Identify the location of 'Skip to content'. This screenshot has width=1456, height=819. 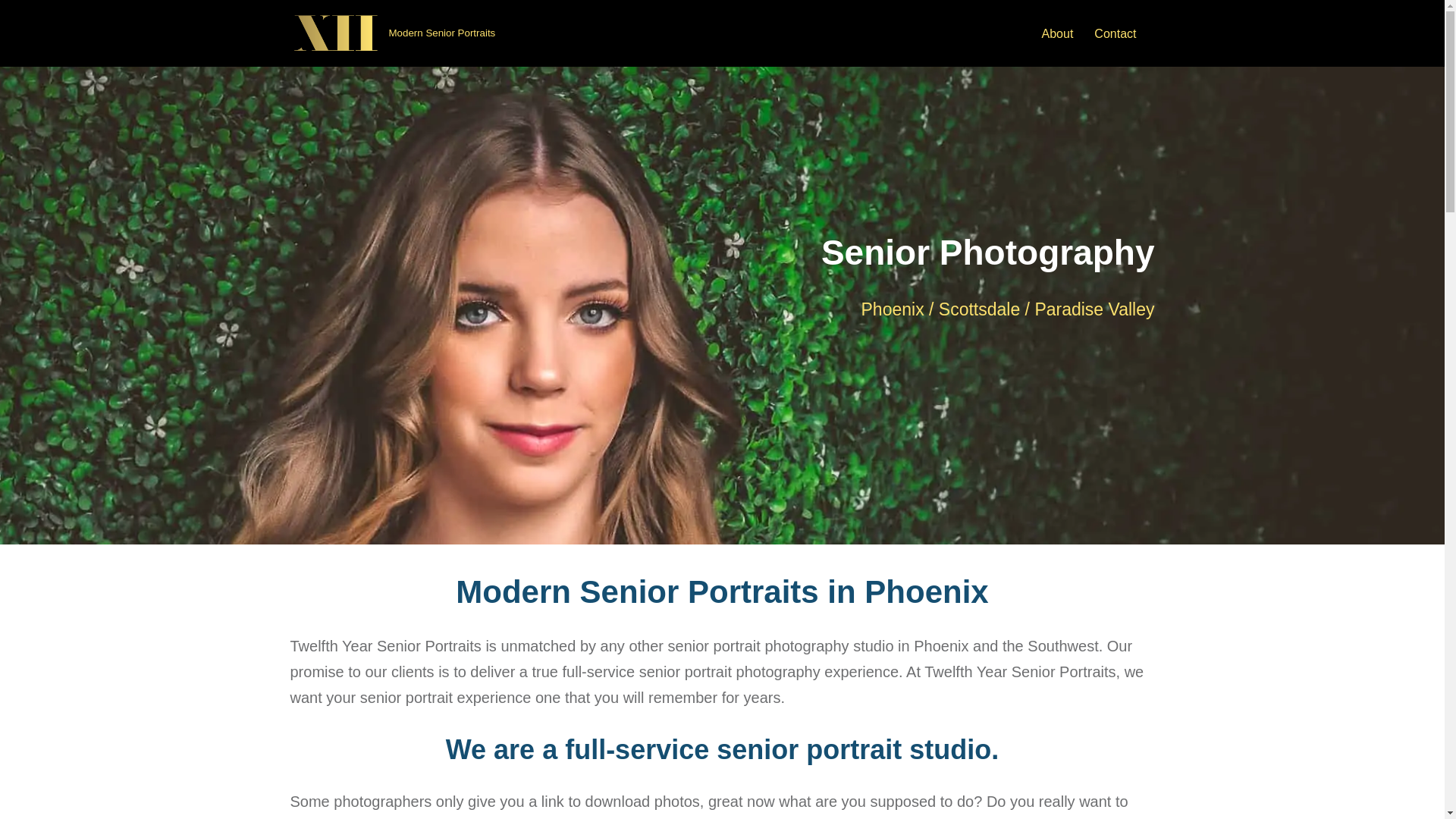
(11, 32).